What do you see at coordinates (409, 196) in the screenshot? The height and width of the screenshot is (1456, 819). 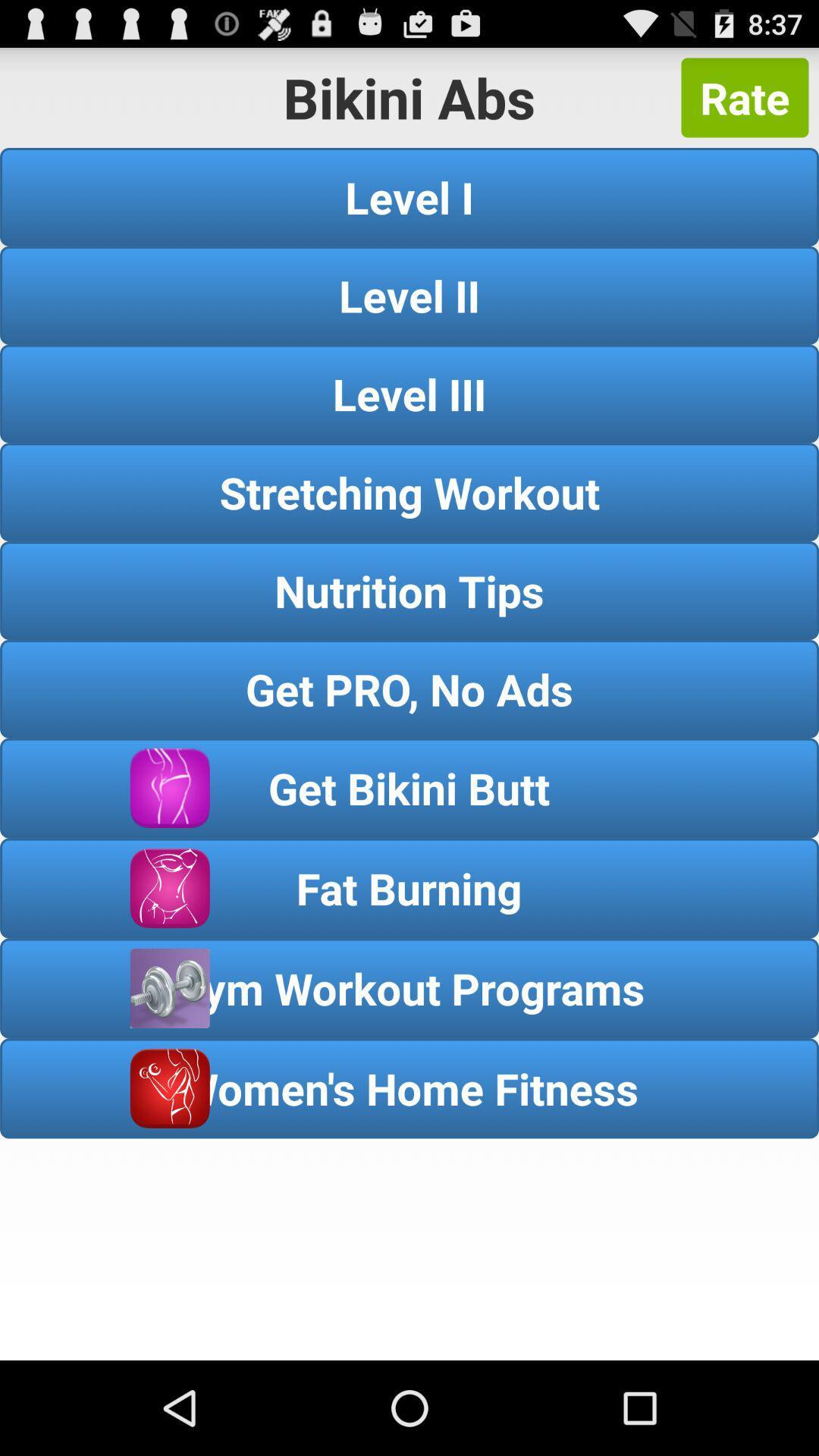 I see `icon below rate button` at bounding box center [409, 196].